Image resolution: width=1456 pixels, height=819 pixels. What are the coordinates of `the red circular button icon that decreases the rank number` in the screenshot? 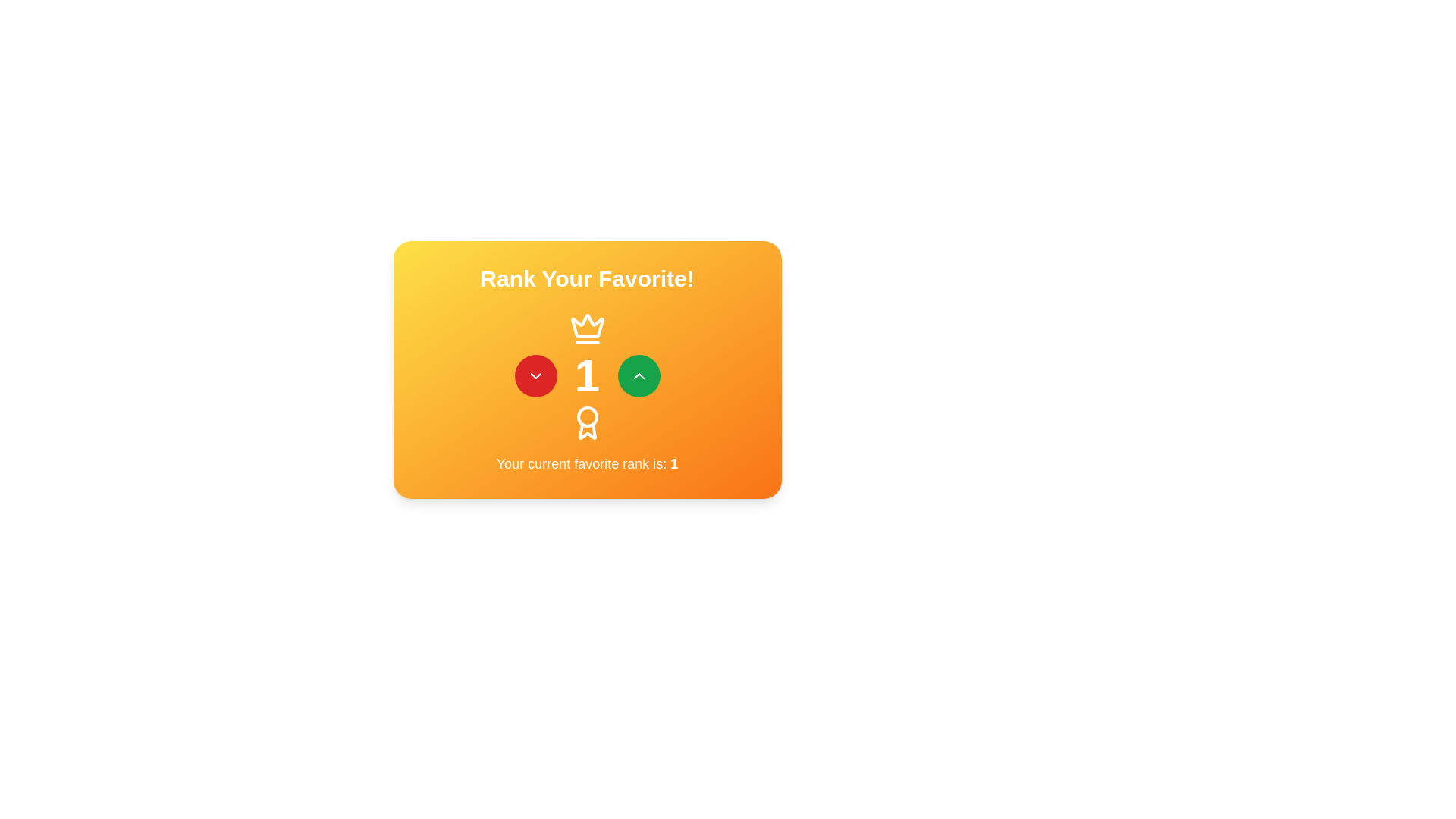 It's located at (535, 375).